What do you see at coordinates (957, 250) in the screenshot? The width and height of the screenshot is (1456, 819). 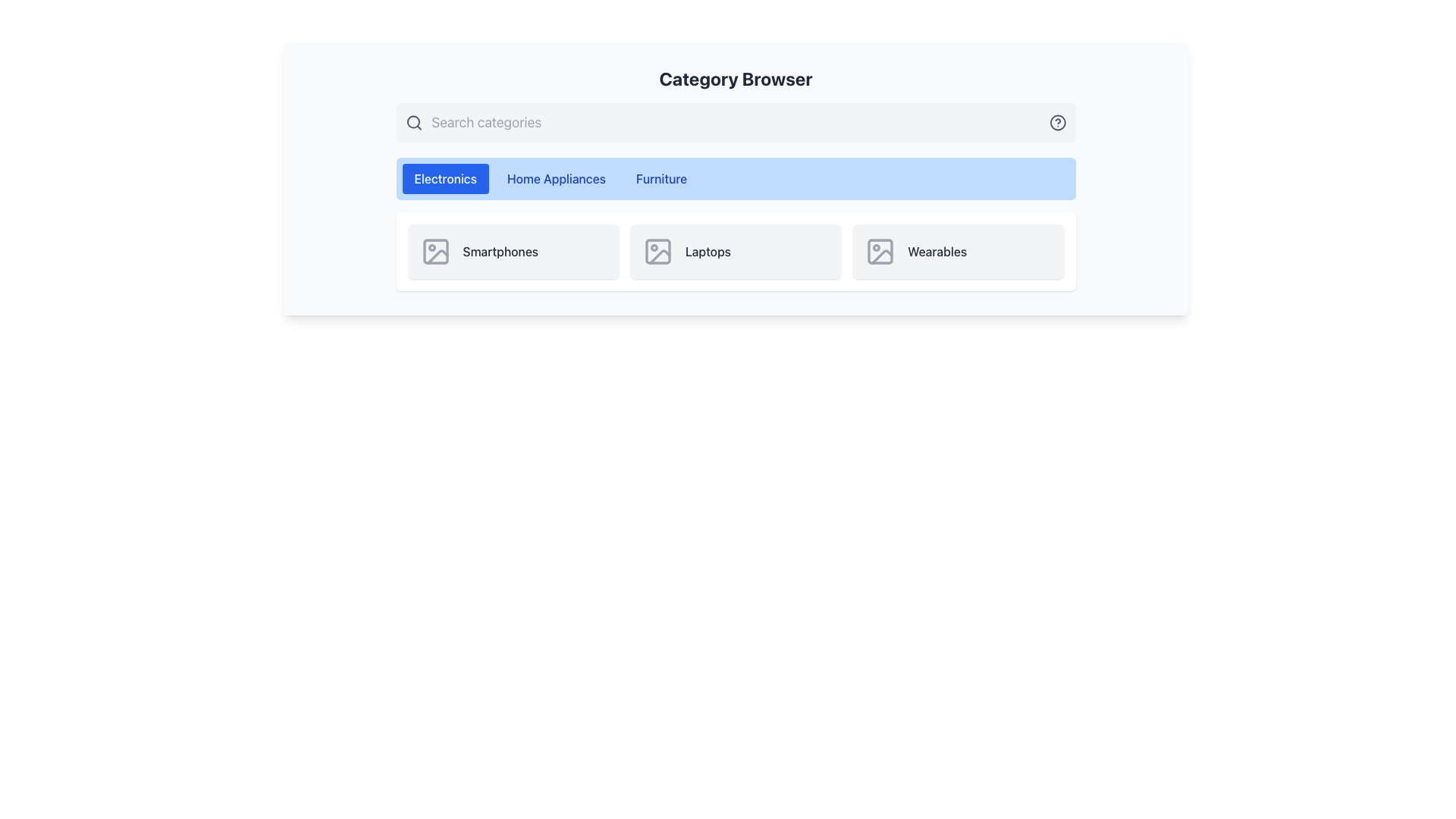 I see `the 'Wearables' button located in the third position from the left in a row of three buttons` at bounding box center [957, 250].